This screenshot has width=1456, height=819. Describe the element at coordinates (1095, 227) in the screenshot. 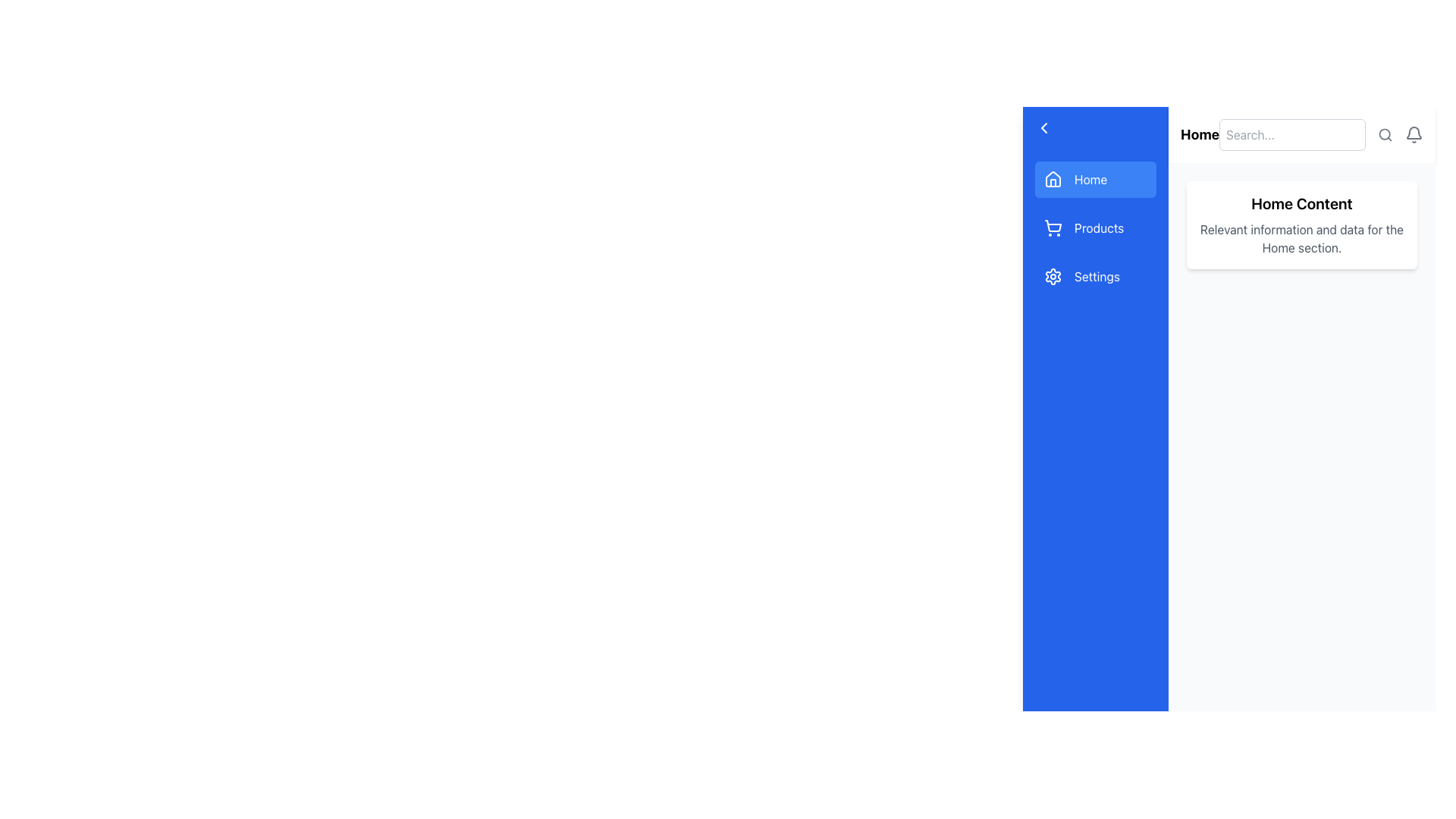

I see `the second navigation item in the sidebar, which links to the Products section of the application` at that location.